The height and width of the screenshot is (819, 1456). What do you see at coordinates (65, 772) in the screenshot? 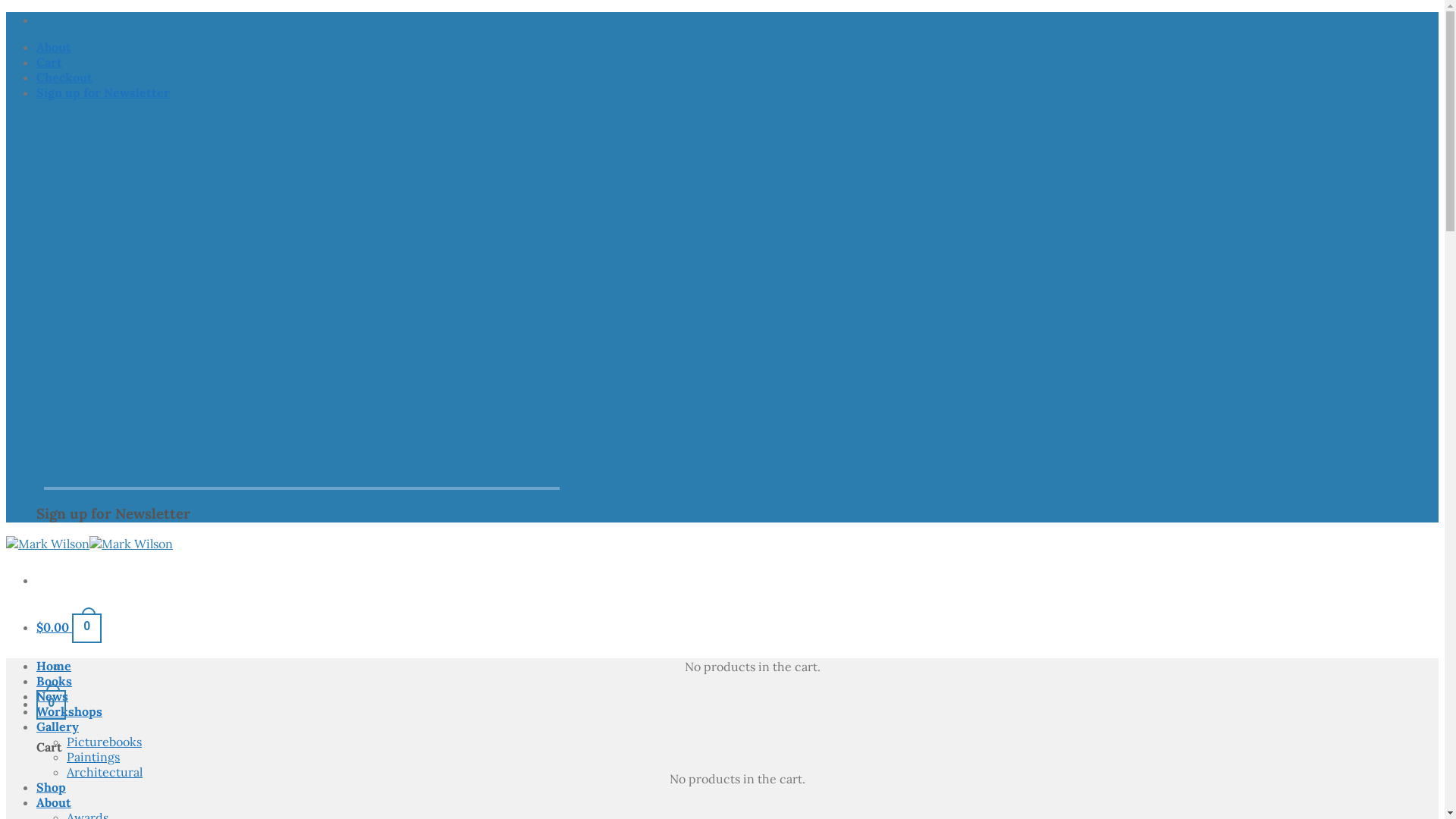
I see `'Architectural'` at bounding box center [65, 772].